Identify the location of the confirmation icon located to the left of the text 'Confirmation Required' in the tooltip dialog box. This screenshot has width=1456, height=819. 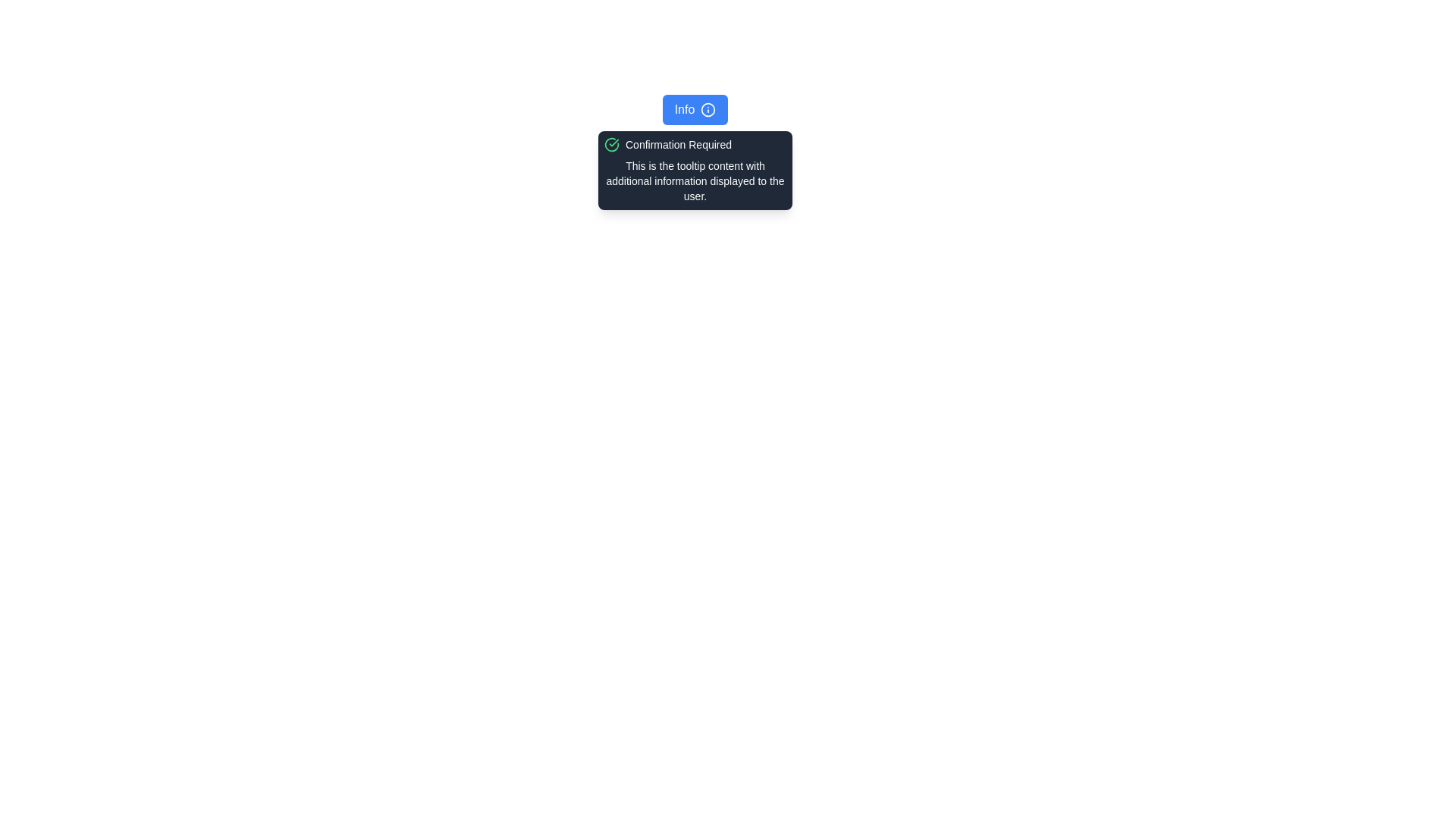
(611, 145).